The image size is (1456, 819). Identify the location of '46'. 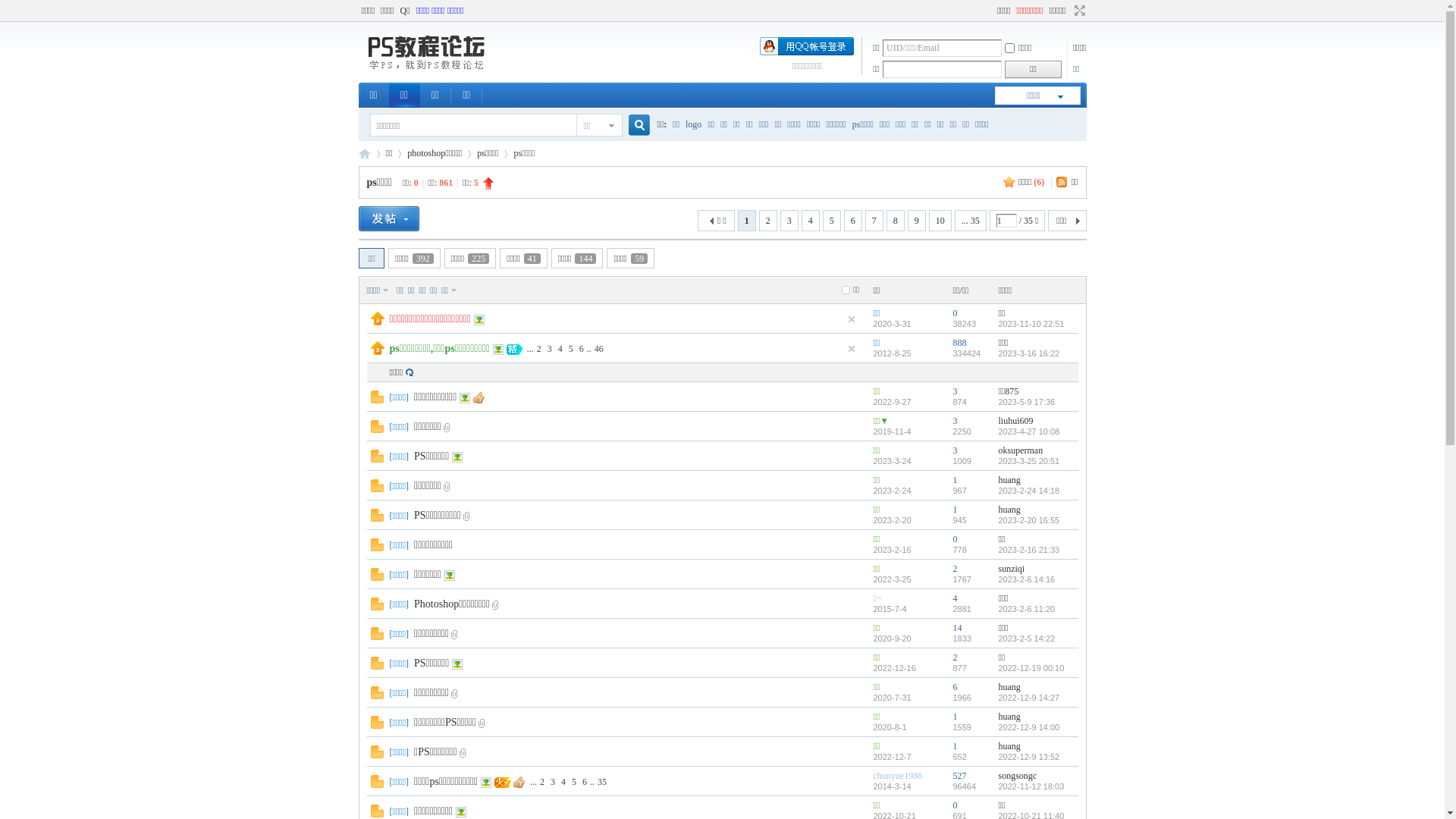
(598, 348).